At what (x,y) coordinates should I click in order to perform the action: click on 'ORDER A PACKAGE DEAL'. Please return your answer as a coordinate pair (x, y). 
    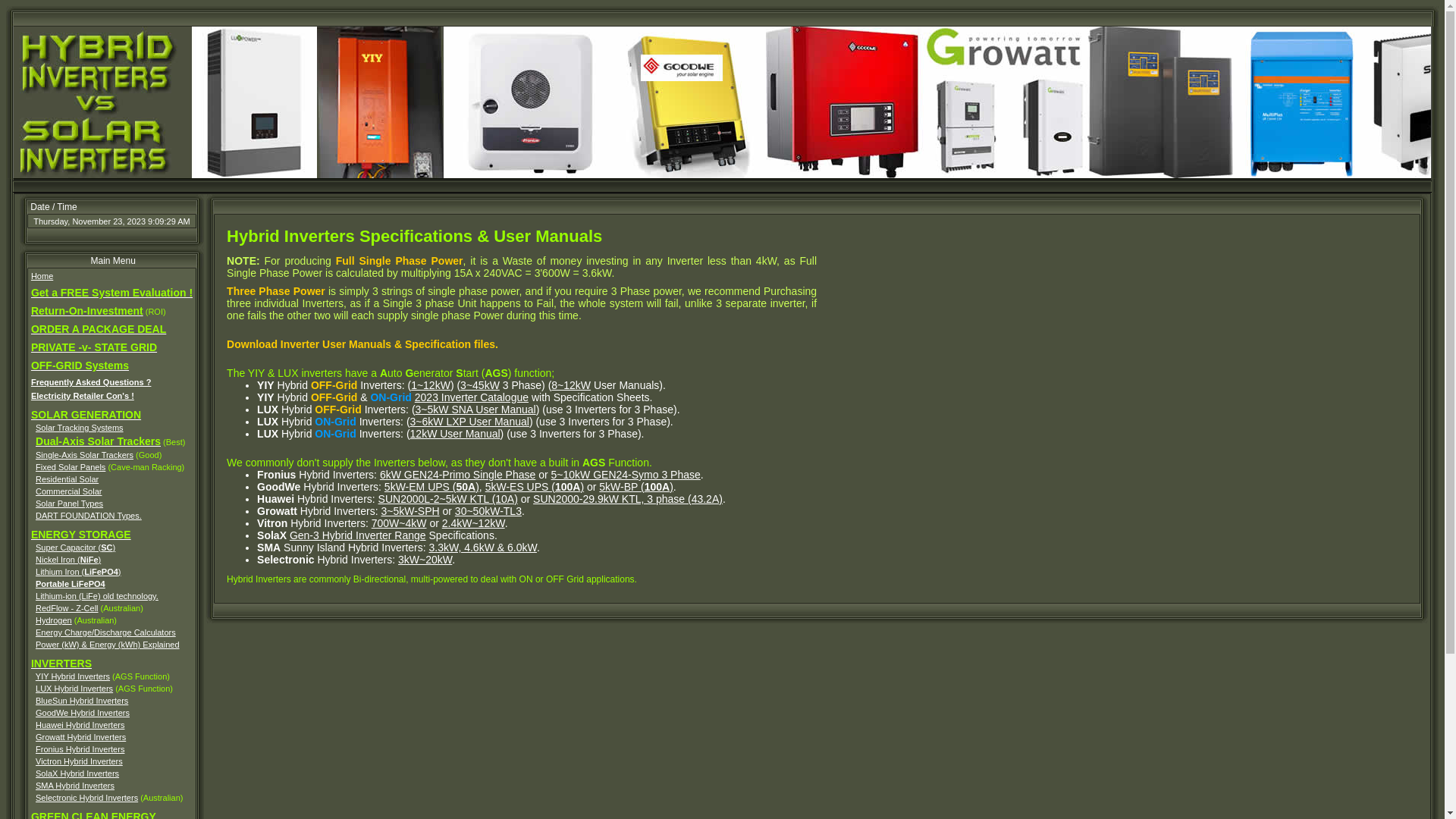
    Looking at the image, I should click on (31, 329).